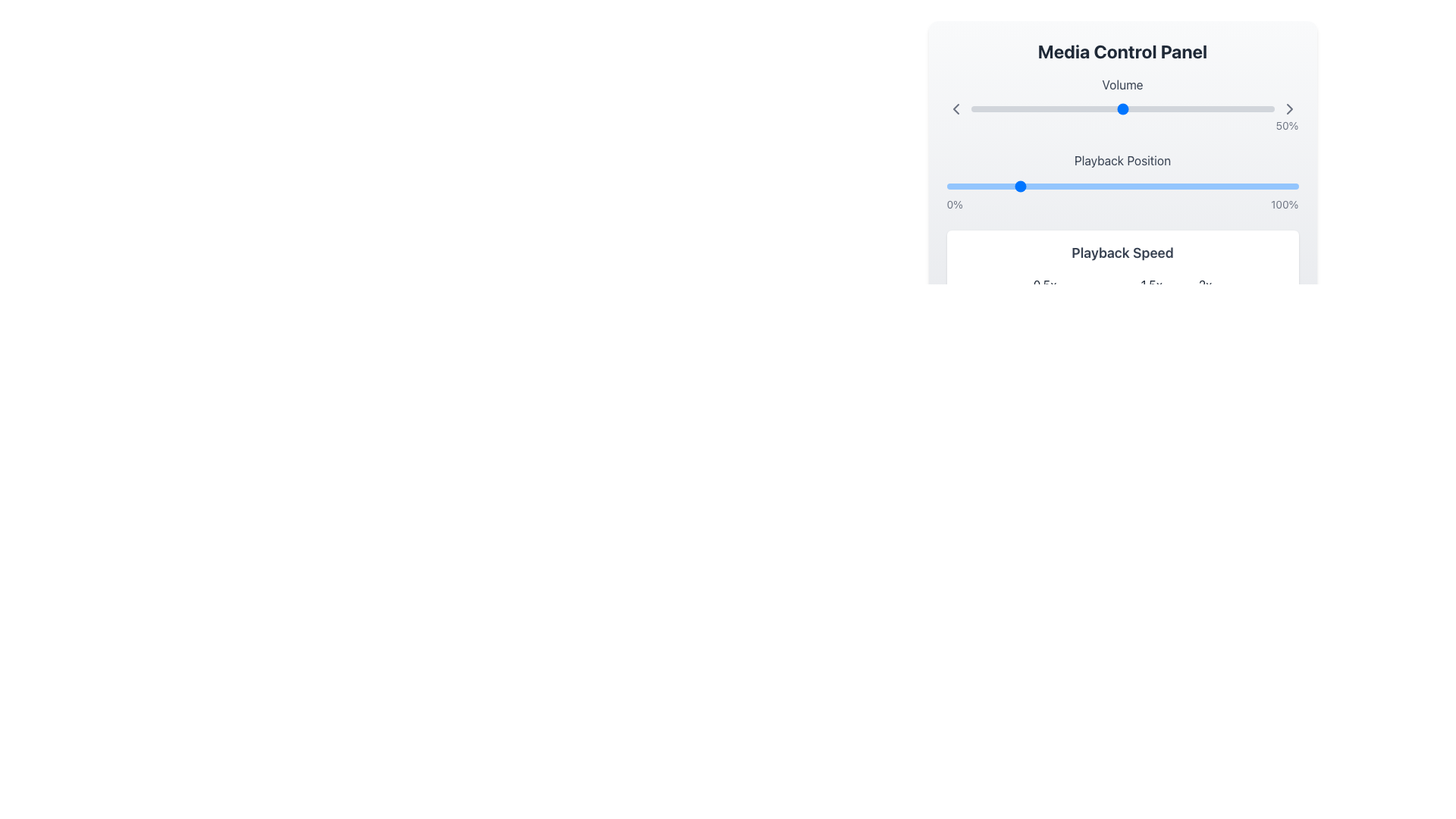 Image resolution: width=1456 pixels, height=819 pixels. Describe the element at coordinates (1122, 51) in the screenshot. I see `the header title Text Label at the top of the media control panel, which provides context for the features contained within` at that location.